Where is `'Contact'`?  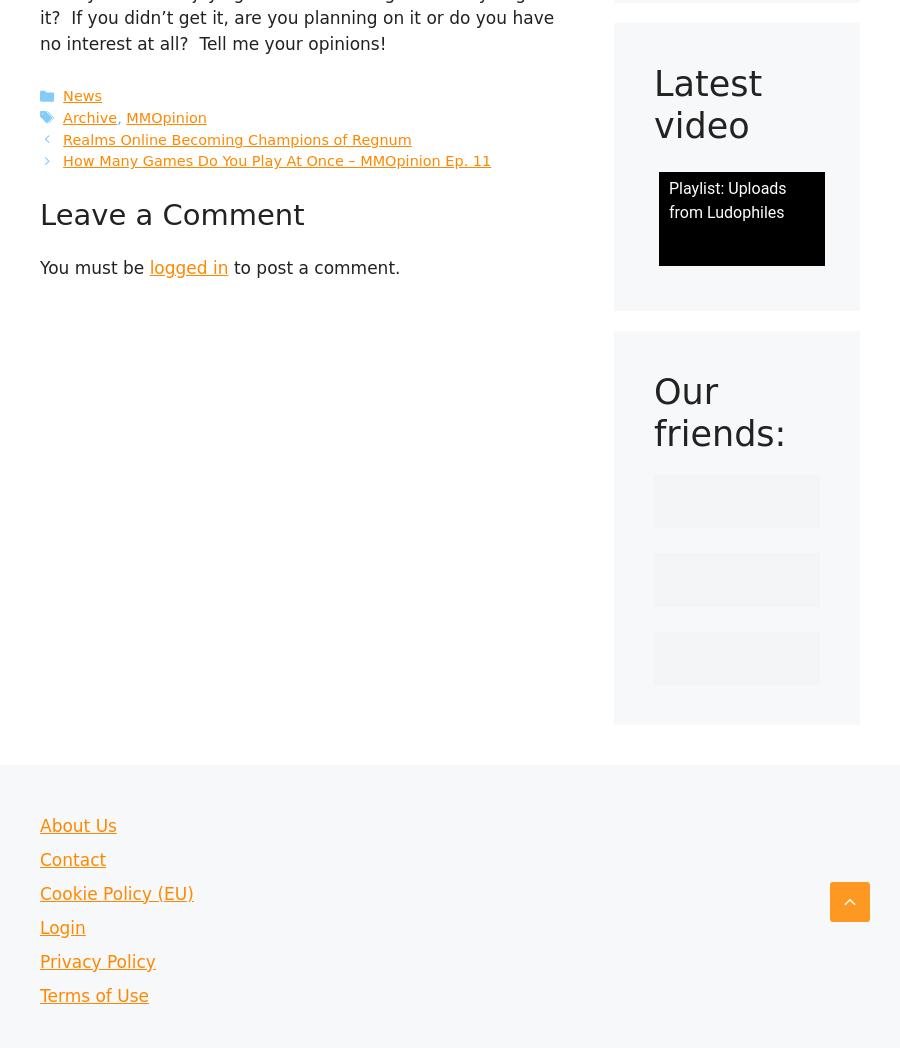 'Contact' is located at coordinates (38, 859).